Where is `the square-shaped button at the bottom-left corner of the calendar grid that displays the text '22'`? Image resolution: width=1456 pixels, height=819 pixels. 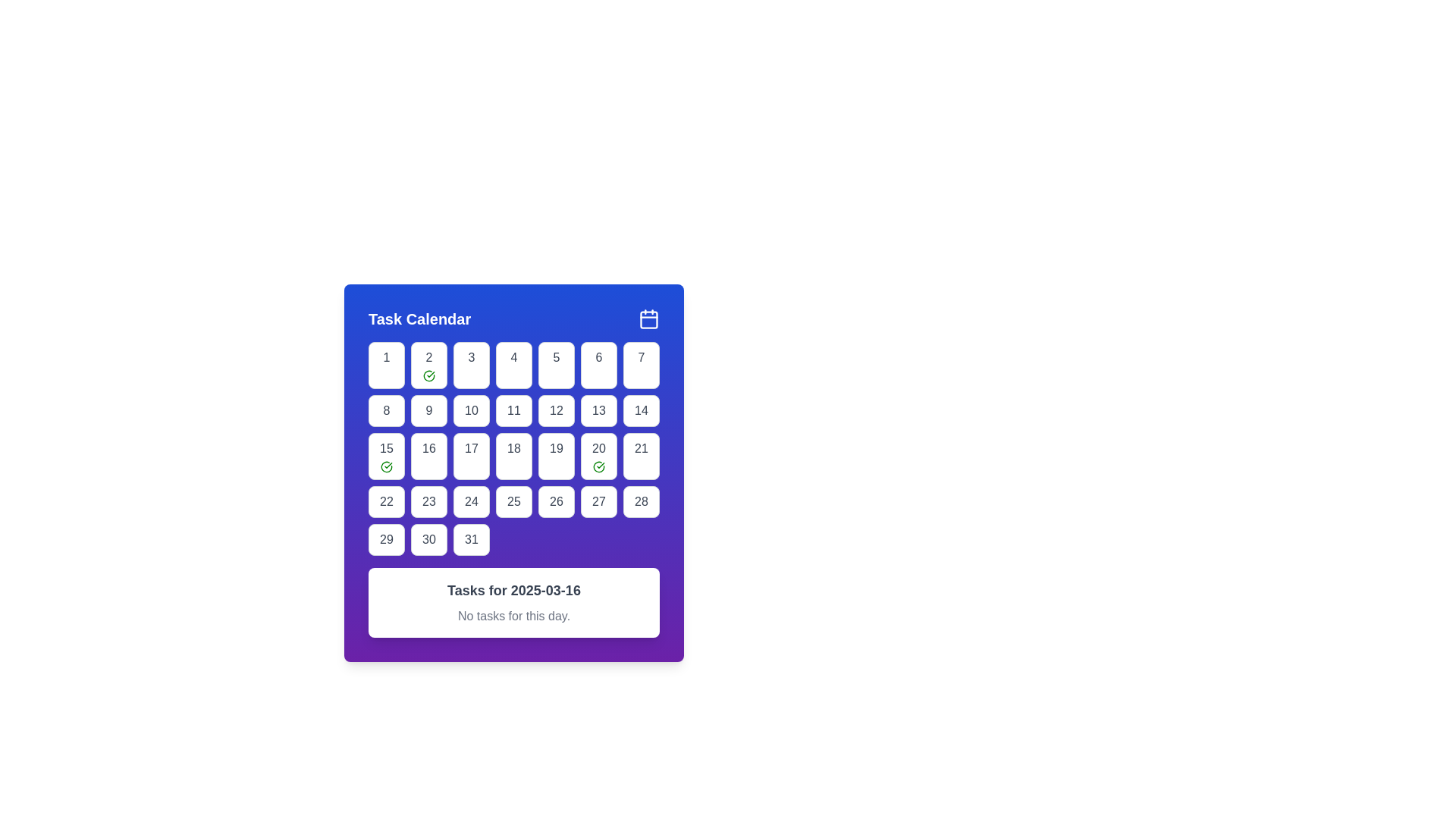 the square-shaped button at the bottom-left corner of the calendar grid that displays the text '22' is located at coordinates (386, 502).